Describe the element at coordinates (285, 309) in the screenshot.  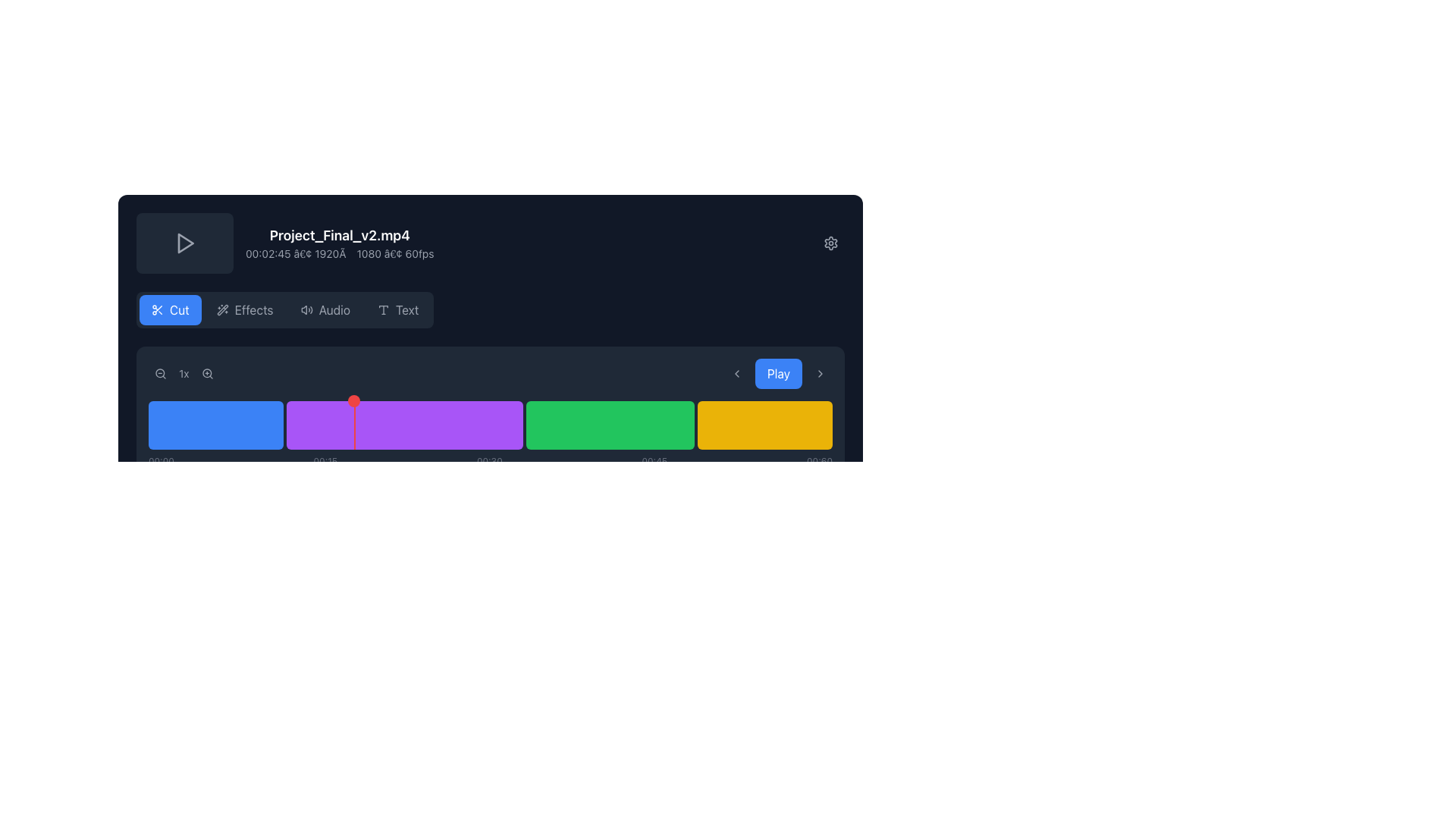
I see `any button in the Toolbar located directly beneath the project information panel` at that location.